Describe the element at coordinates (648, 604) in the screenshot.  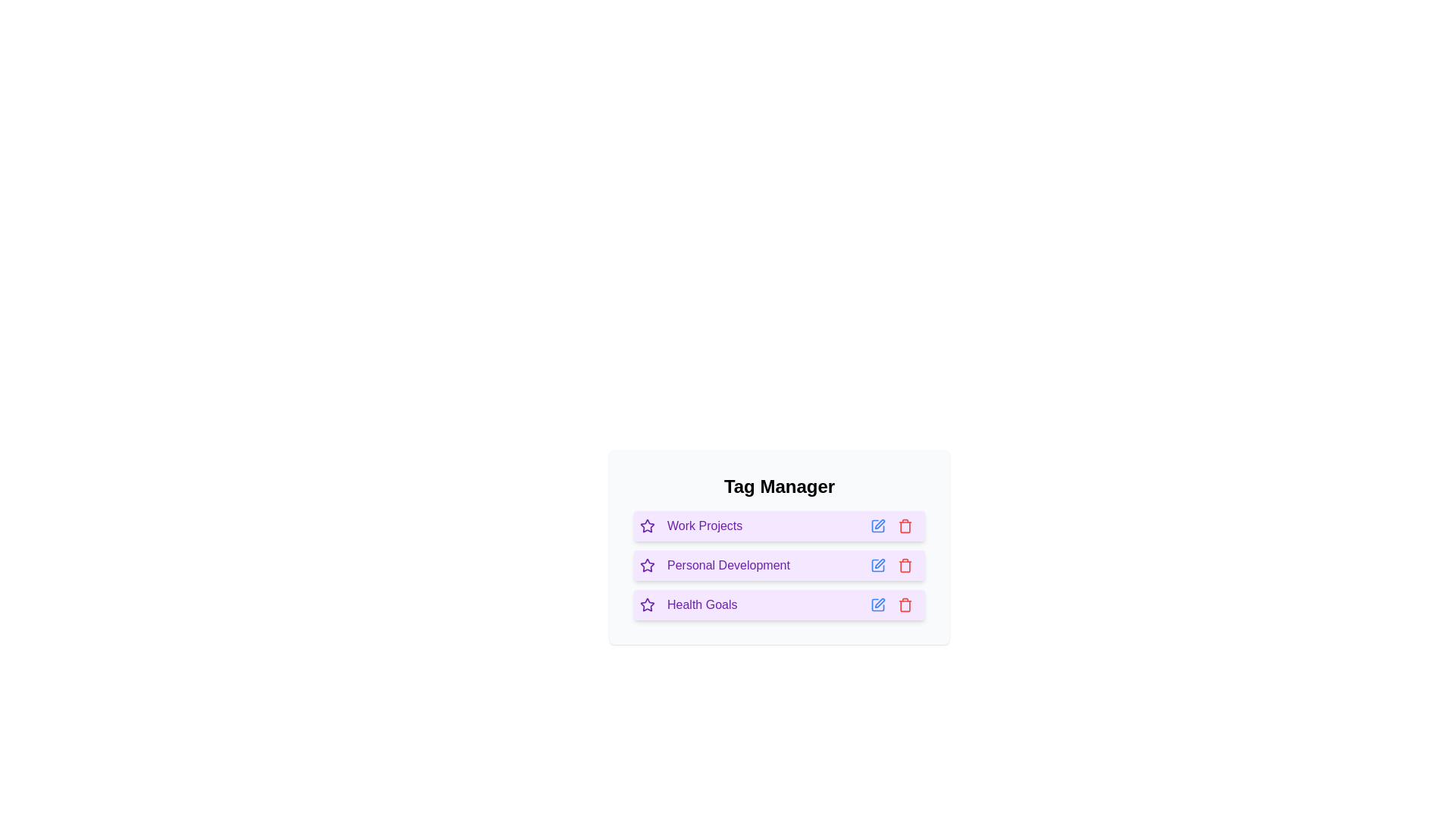
I see `the star icon next to the tag Health Goals` at that location.